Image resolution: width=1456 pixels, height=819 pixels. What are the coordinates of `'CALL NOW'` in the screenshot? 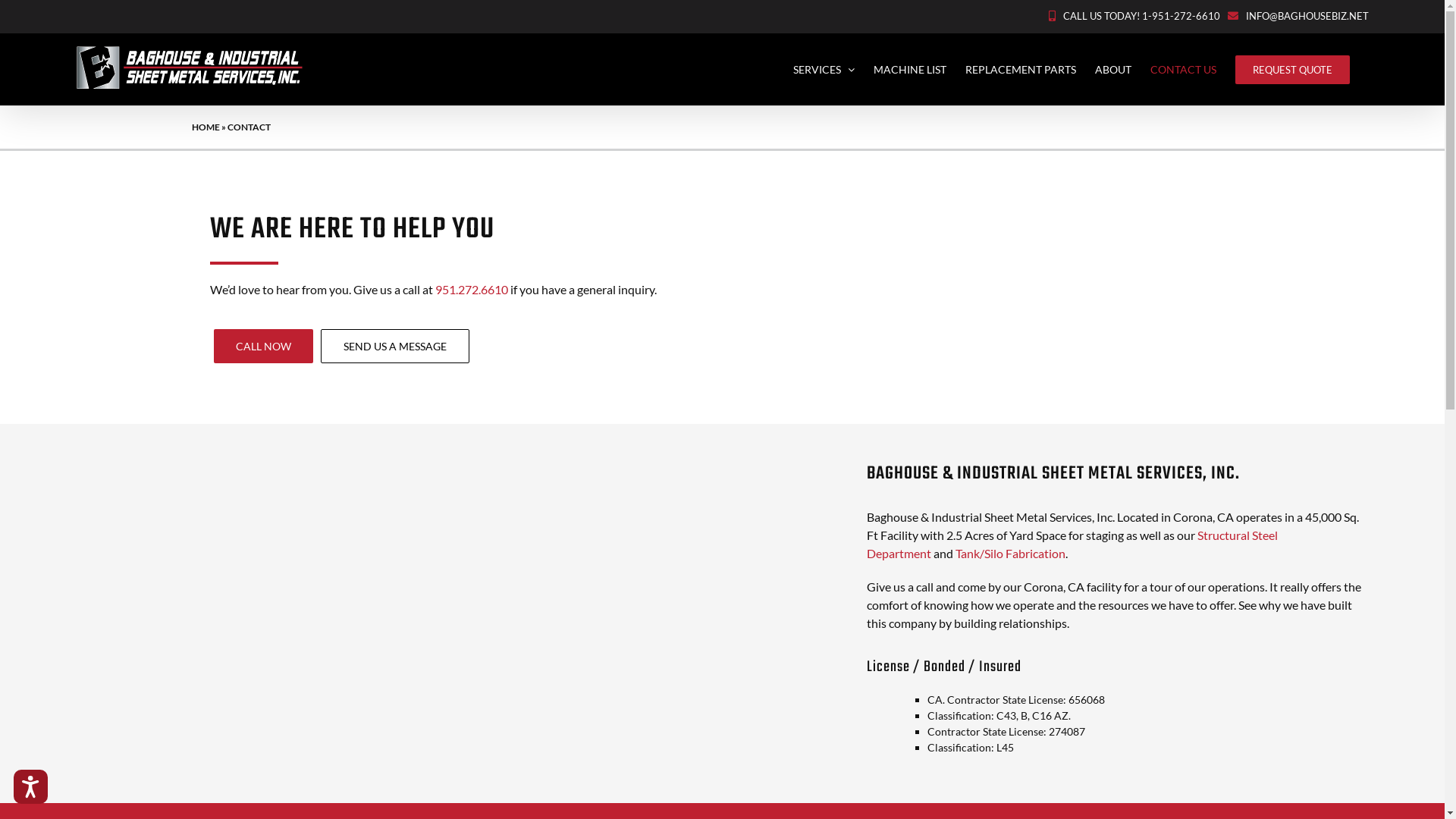 It's located at (263, 346).